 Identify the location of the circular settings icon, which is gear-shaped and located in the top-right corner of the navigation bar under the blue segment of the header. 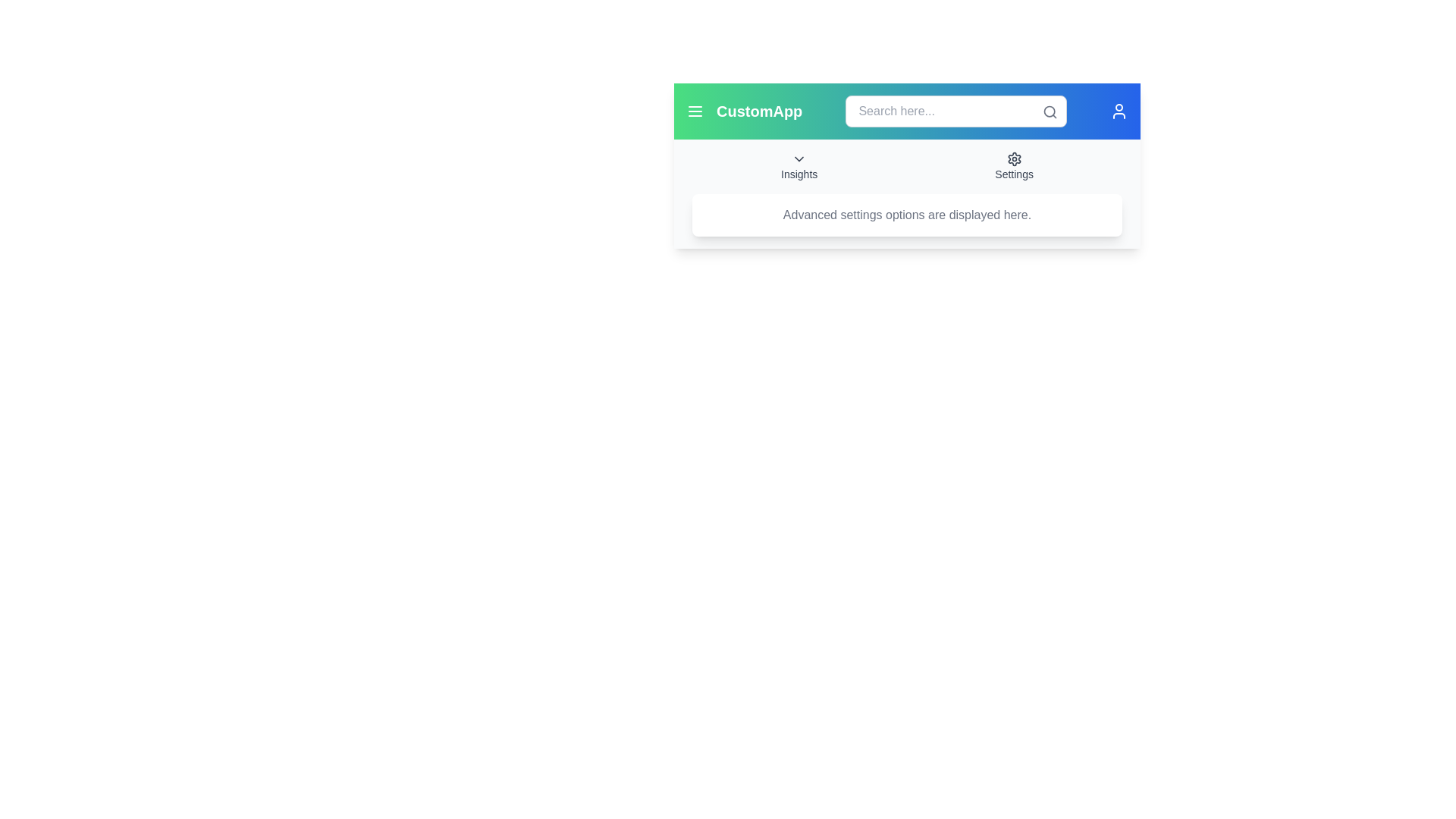
(1014, 158).